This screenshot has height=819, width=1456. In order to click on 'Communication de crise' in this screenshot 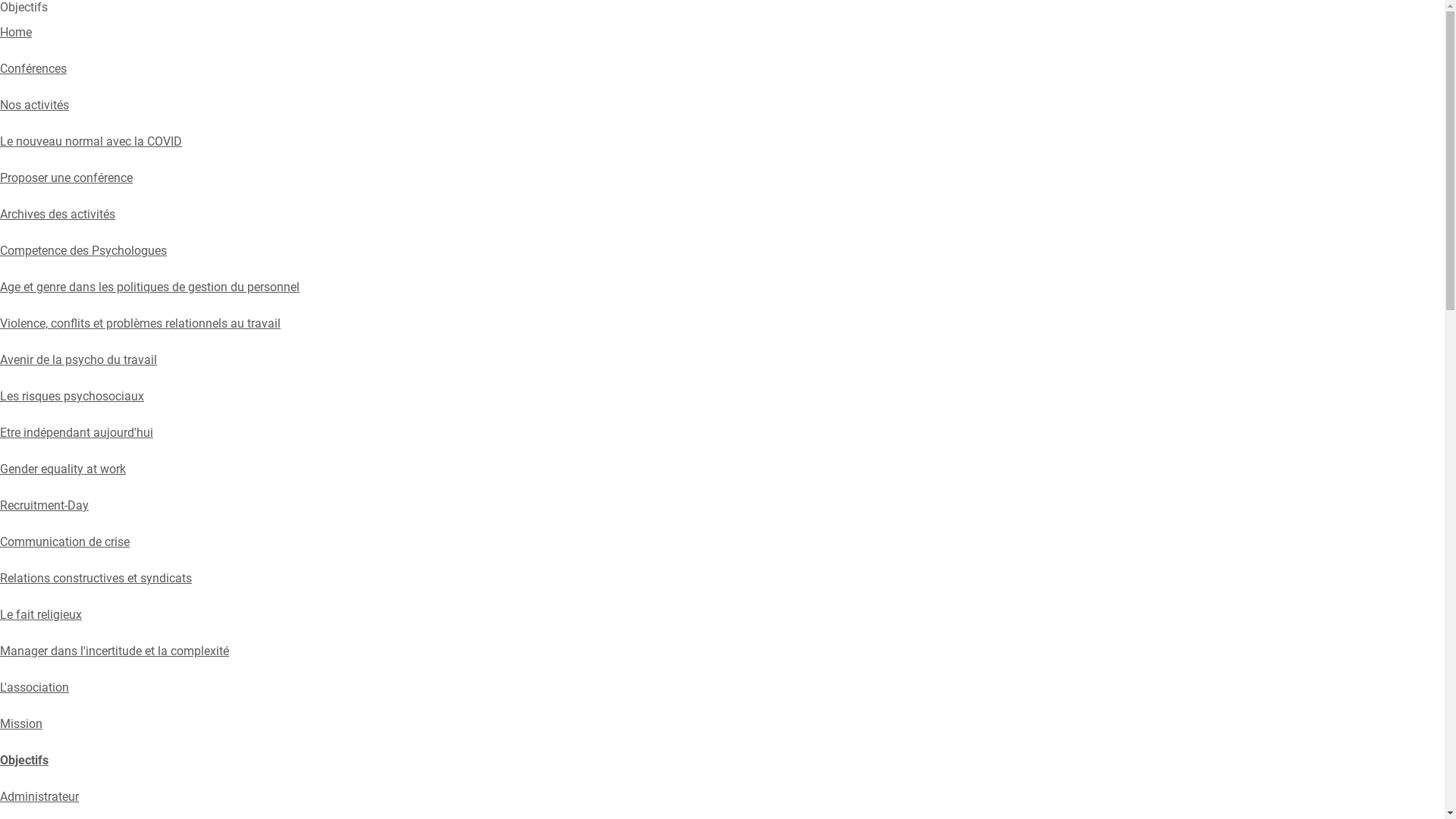, I will do `click(0, 541)`.